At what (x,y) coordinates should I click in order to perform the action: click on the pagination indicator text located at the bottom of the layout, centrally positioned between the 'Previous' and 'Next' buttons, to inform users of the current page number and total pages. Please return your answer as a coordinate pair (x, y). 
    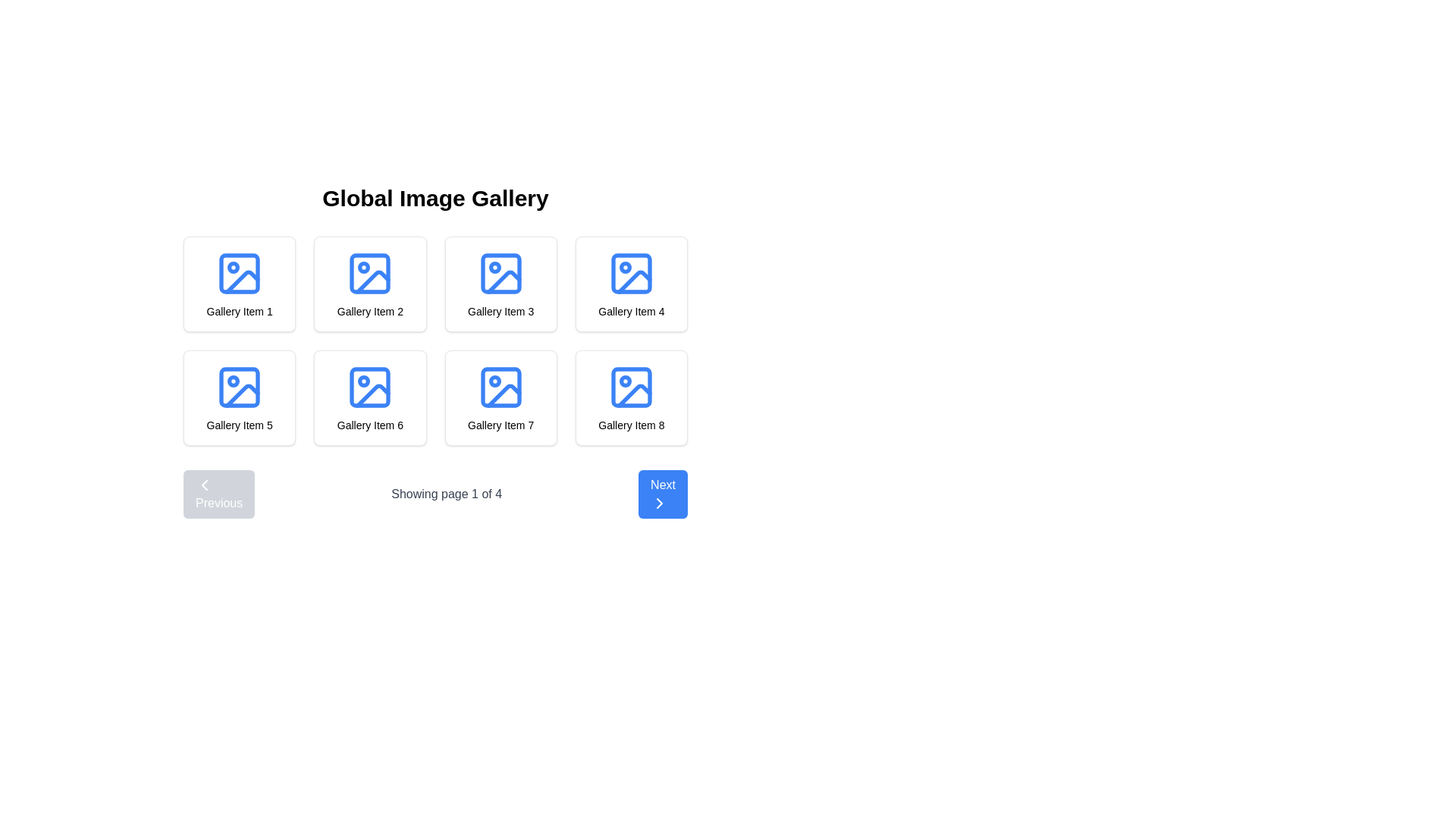
    Looking at the image, I should click on (435, 494).